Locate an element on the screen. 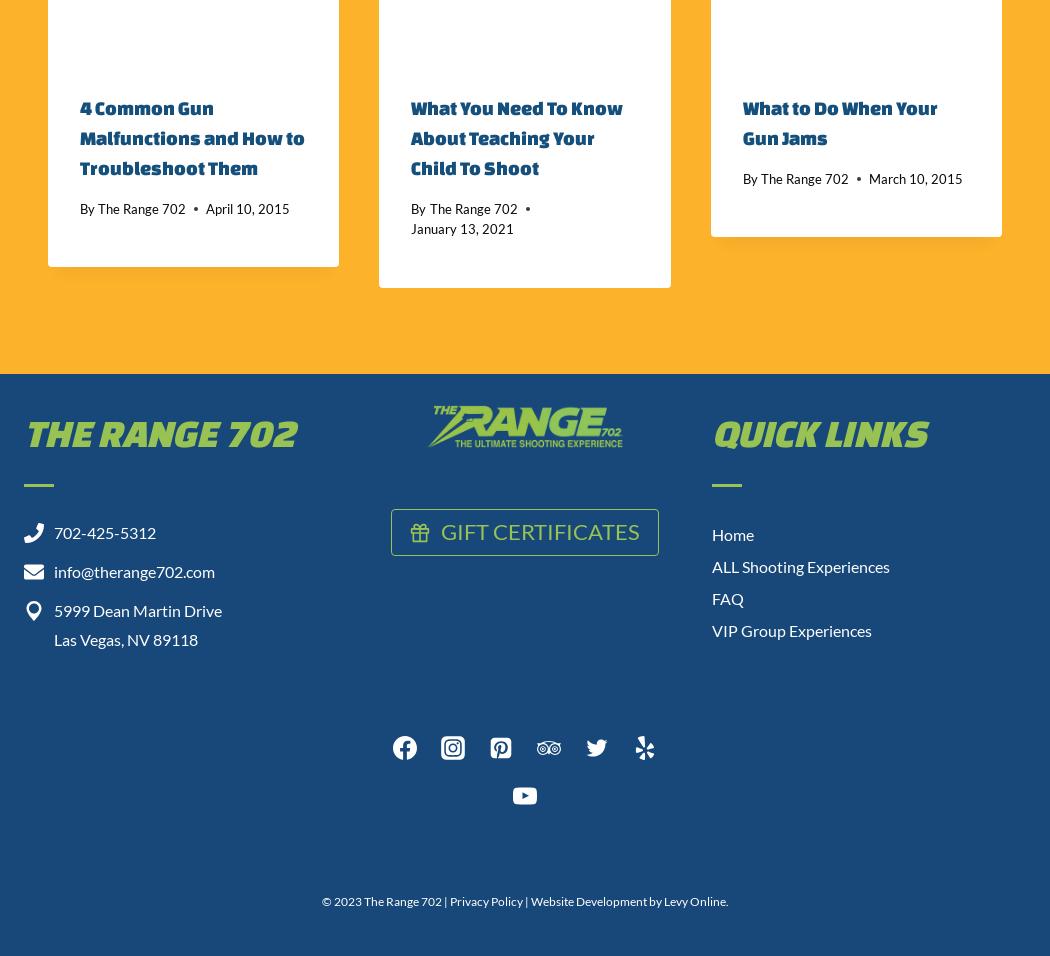  'VIP Group Experiences' is located at coordinates (712, 629).